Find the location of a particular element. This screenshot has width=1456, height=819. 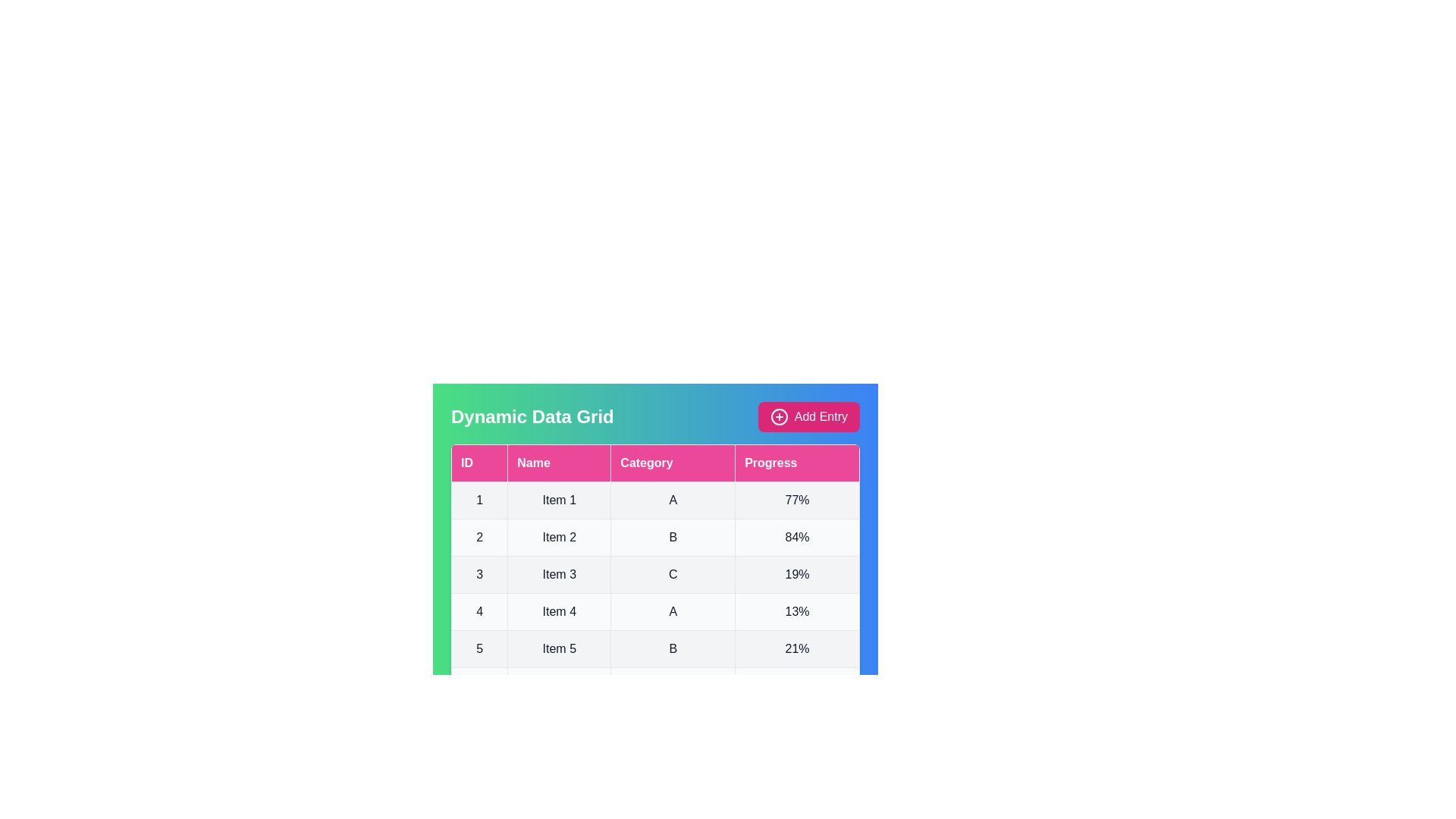

the 'Add Entry' button to add a new item is located at coordinates (808, 417).